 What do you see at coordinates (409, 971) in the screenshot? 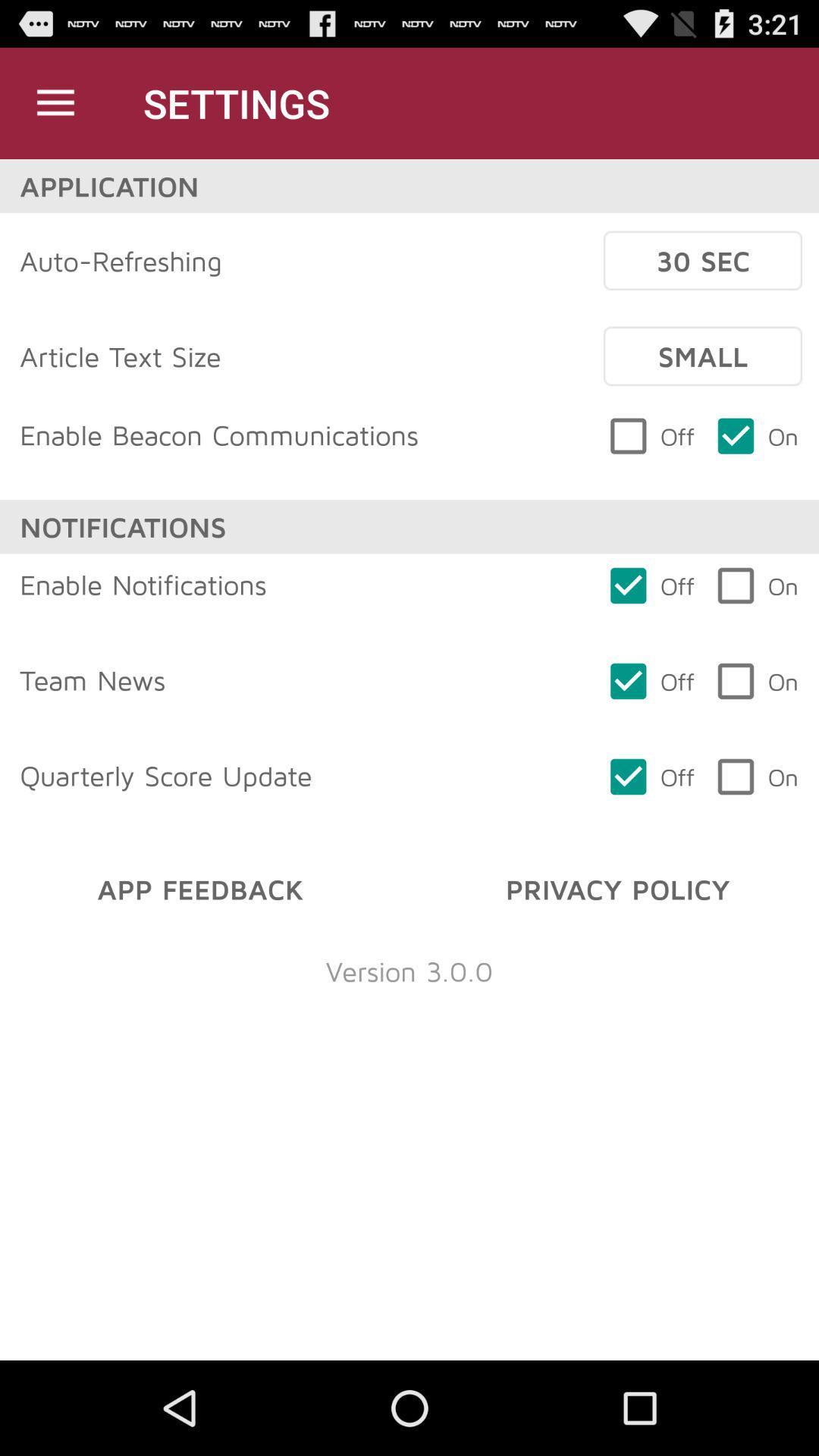
I see `the version 3 0 icon` at bounding box center [409, 971].